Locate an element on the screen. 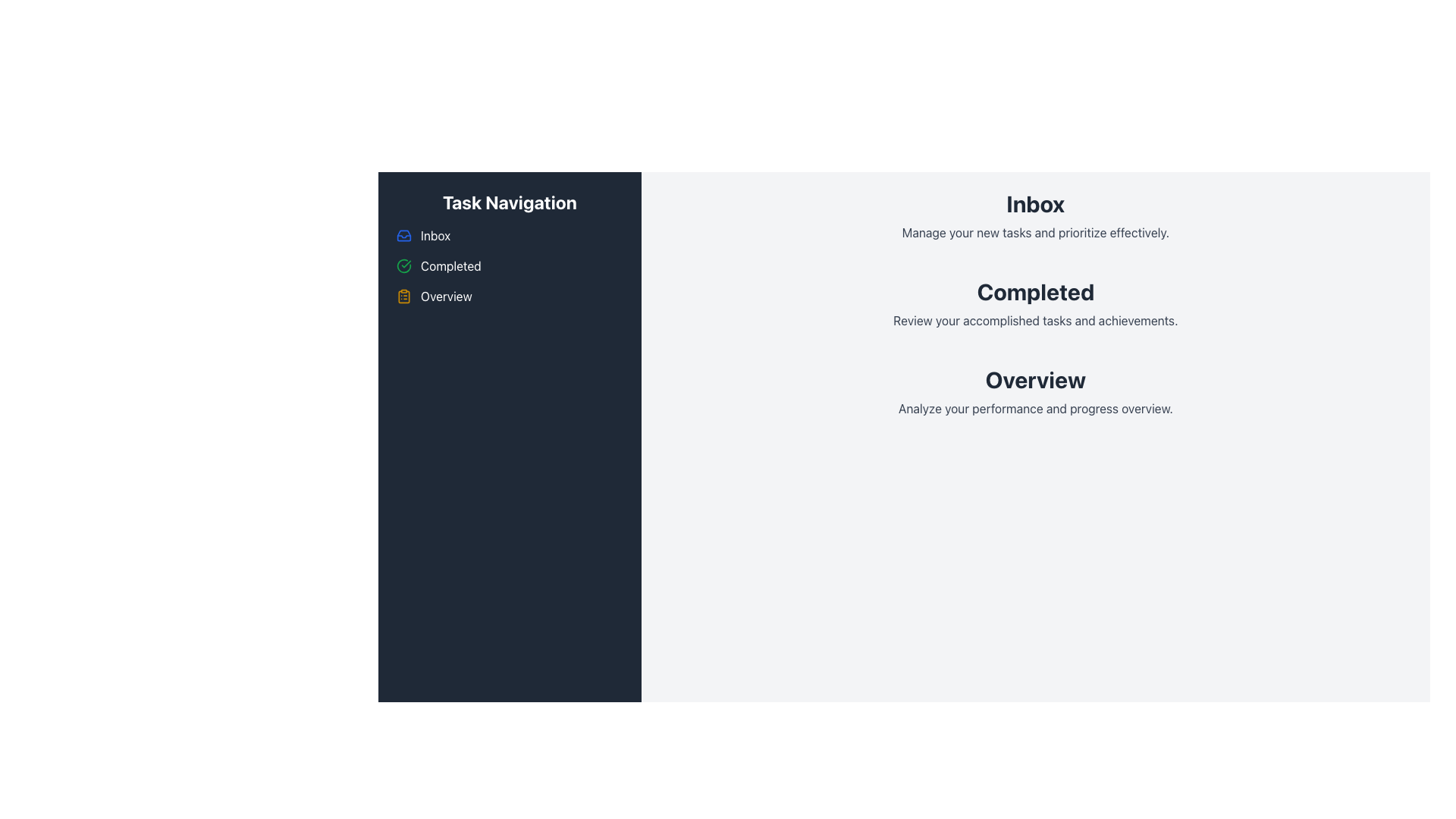  the 'Overview' hyperlink in the vertical navigation menu is located at coordinates (445, 296).